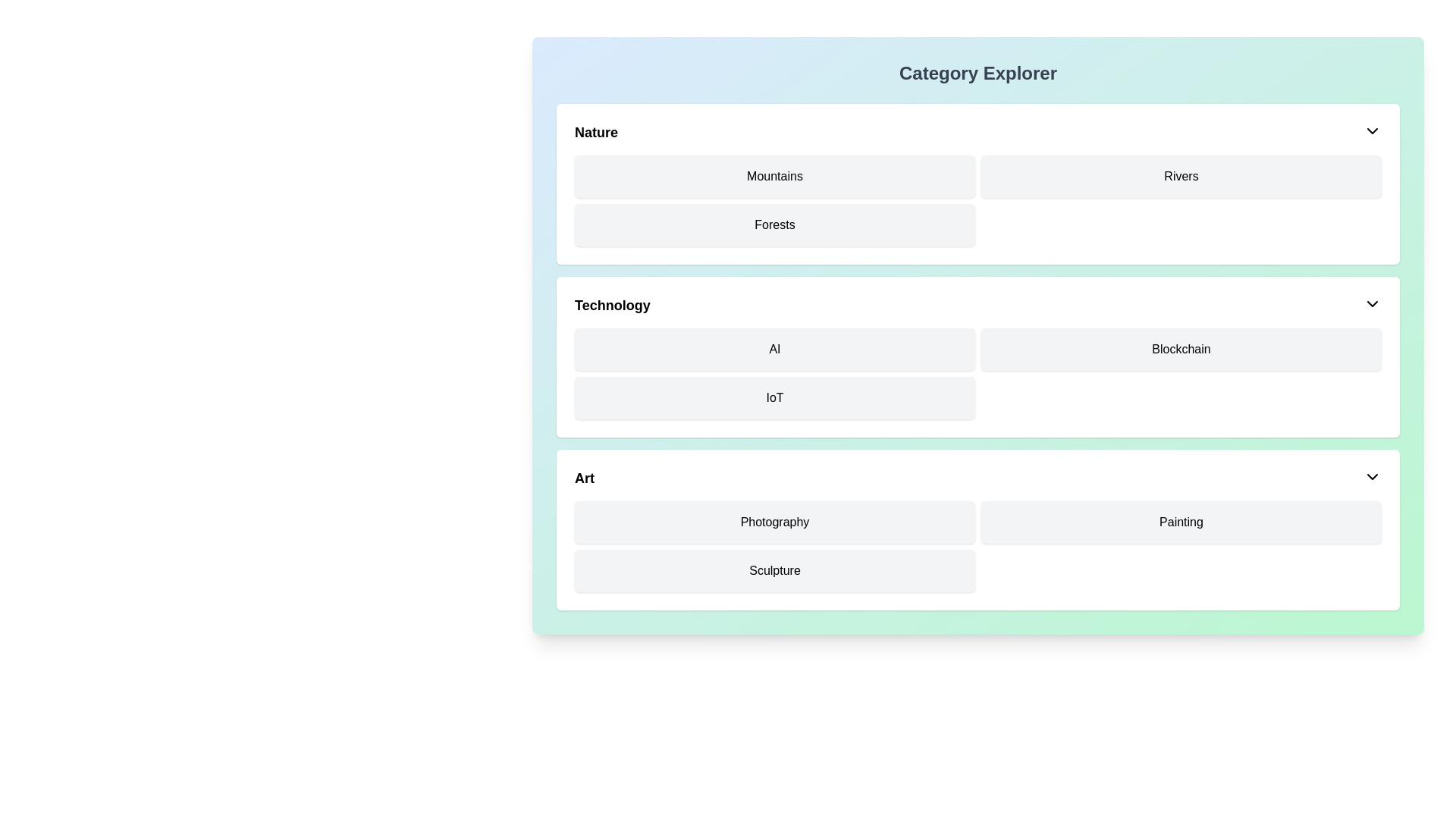  Describe the element at coordinates (1372, 130) in the screenshot. I see `the toggle control located at the top-right corner of the 'Nature' header section, adjacent to the title text 'Nature'` at that location.